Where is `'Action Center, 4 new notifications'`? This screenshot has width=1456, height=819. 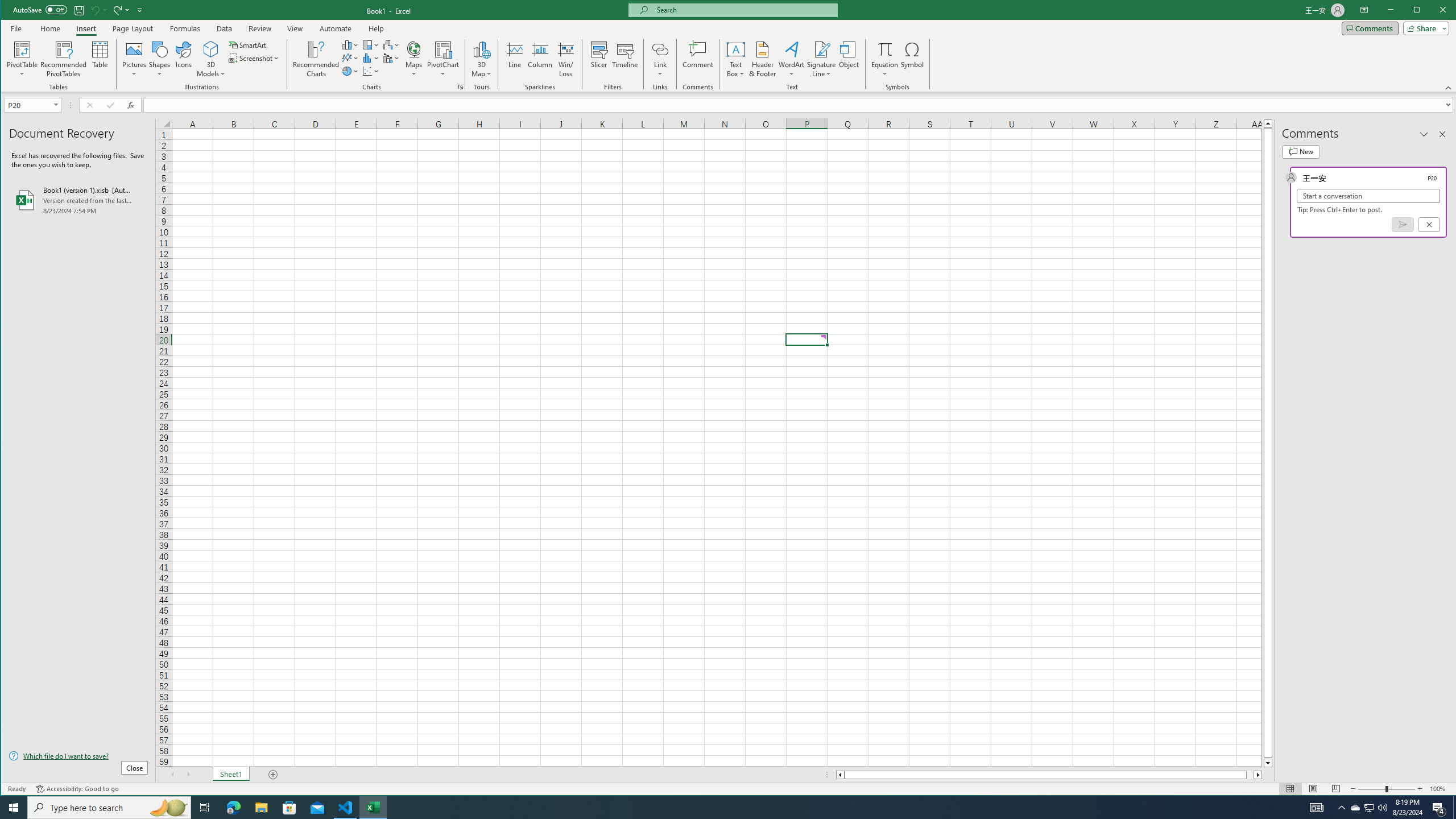
'Action Center, 4 new notifications' is located at coordinates (1439, 806).